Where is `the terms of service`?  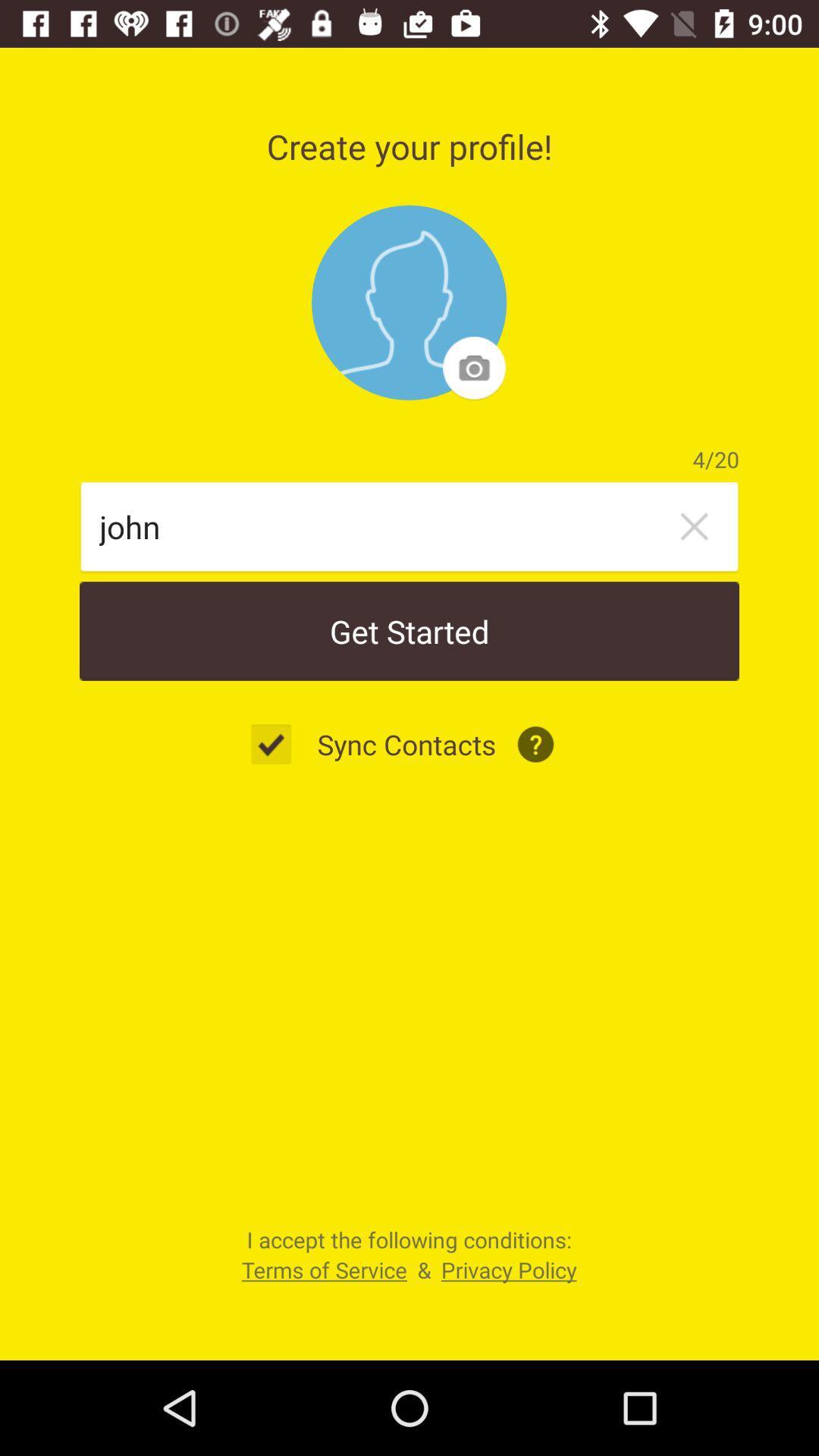
the terms of service is located at coordinates (323, 1269).